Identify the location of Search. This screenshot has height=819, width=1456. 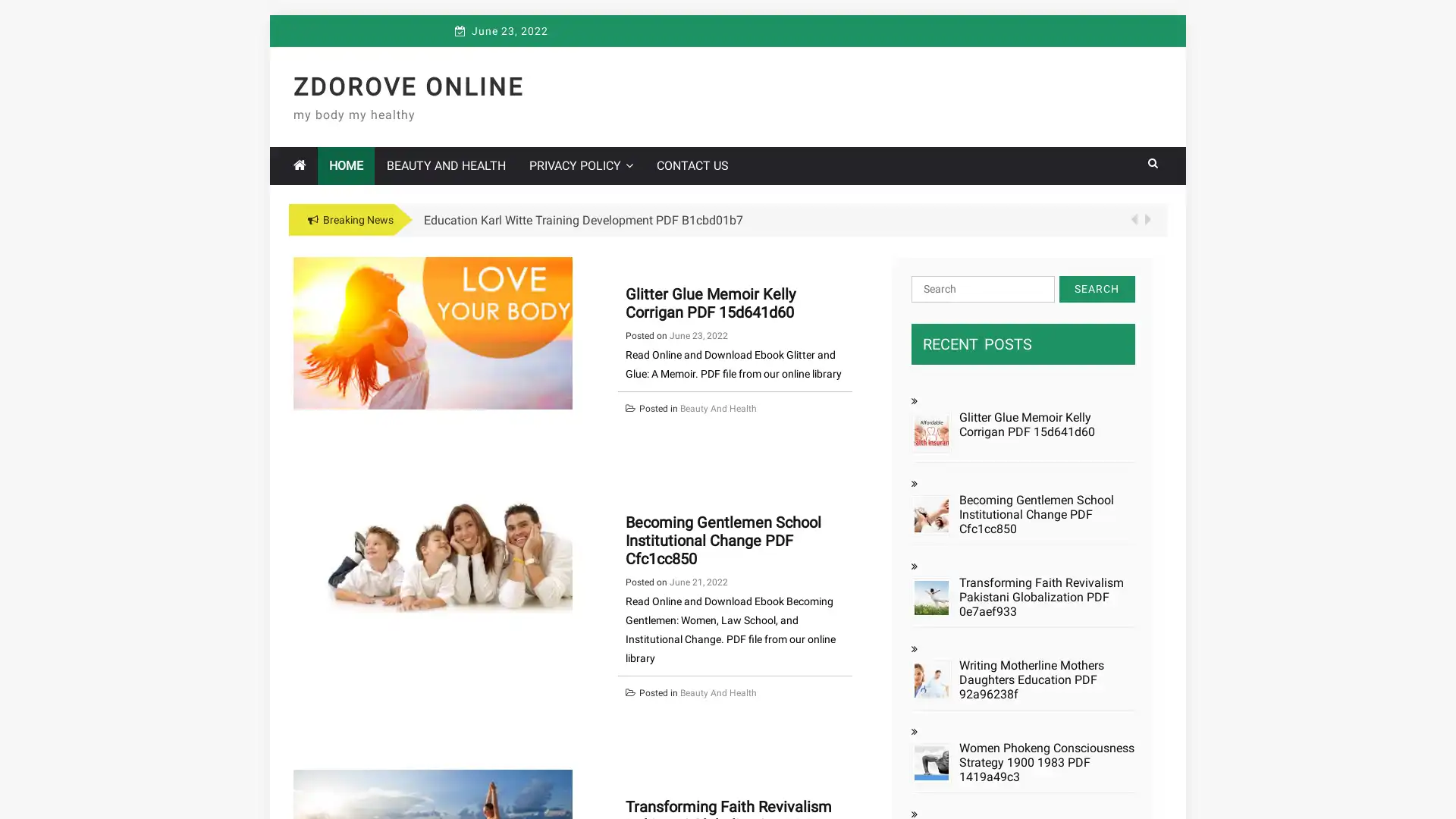
(1096, 288).